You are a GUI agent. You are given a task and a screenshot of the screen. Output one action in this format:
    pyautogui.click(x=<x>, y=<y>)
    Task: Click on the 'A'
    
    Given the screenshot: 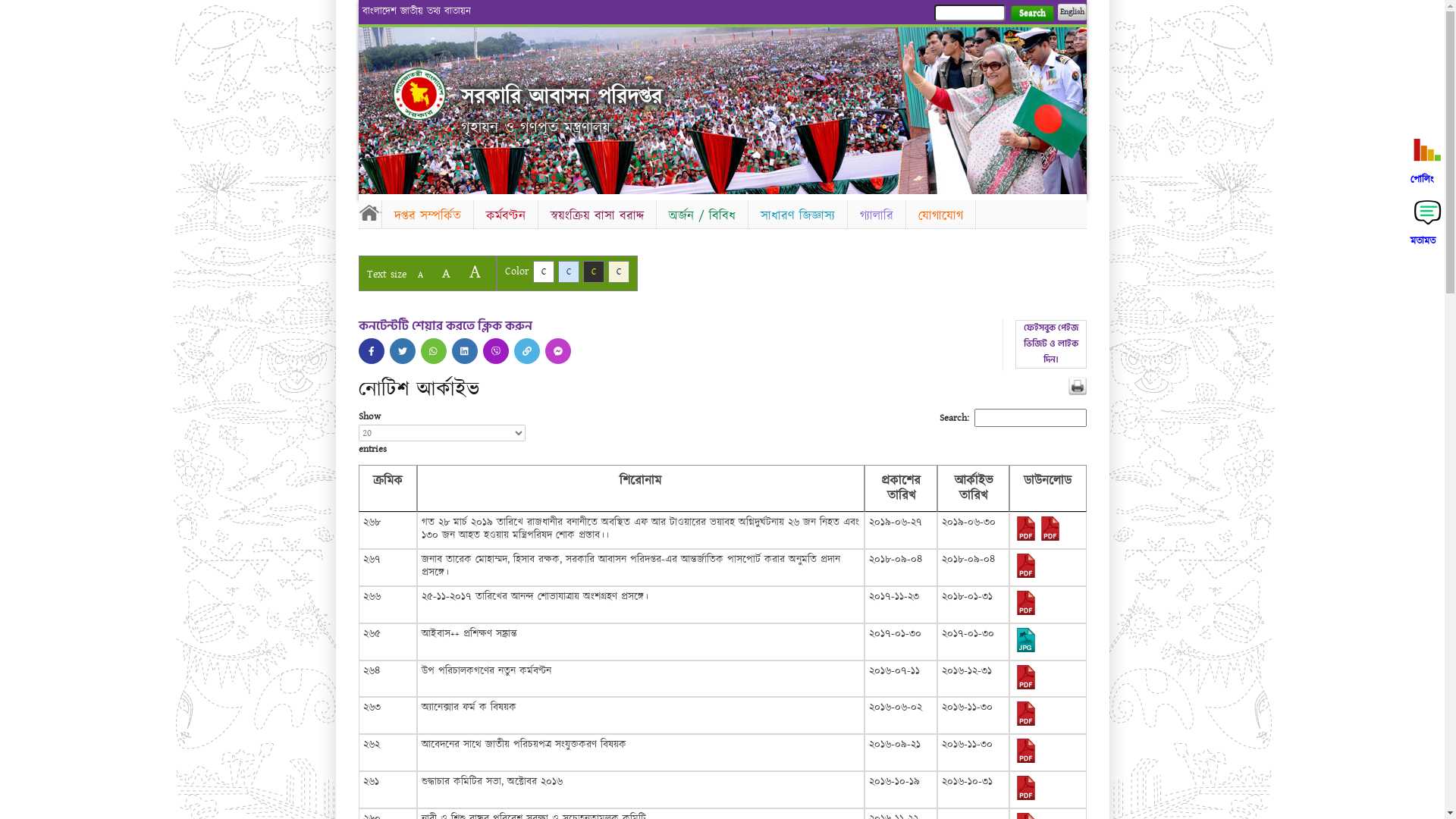 What is the action you would take?
    pyautogui.click(x=432, y=273)
    